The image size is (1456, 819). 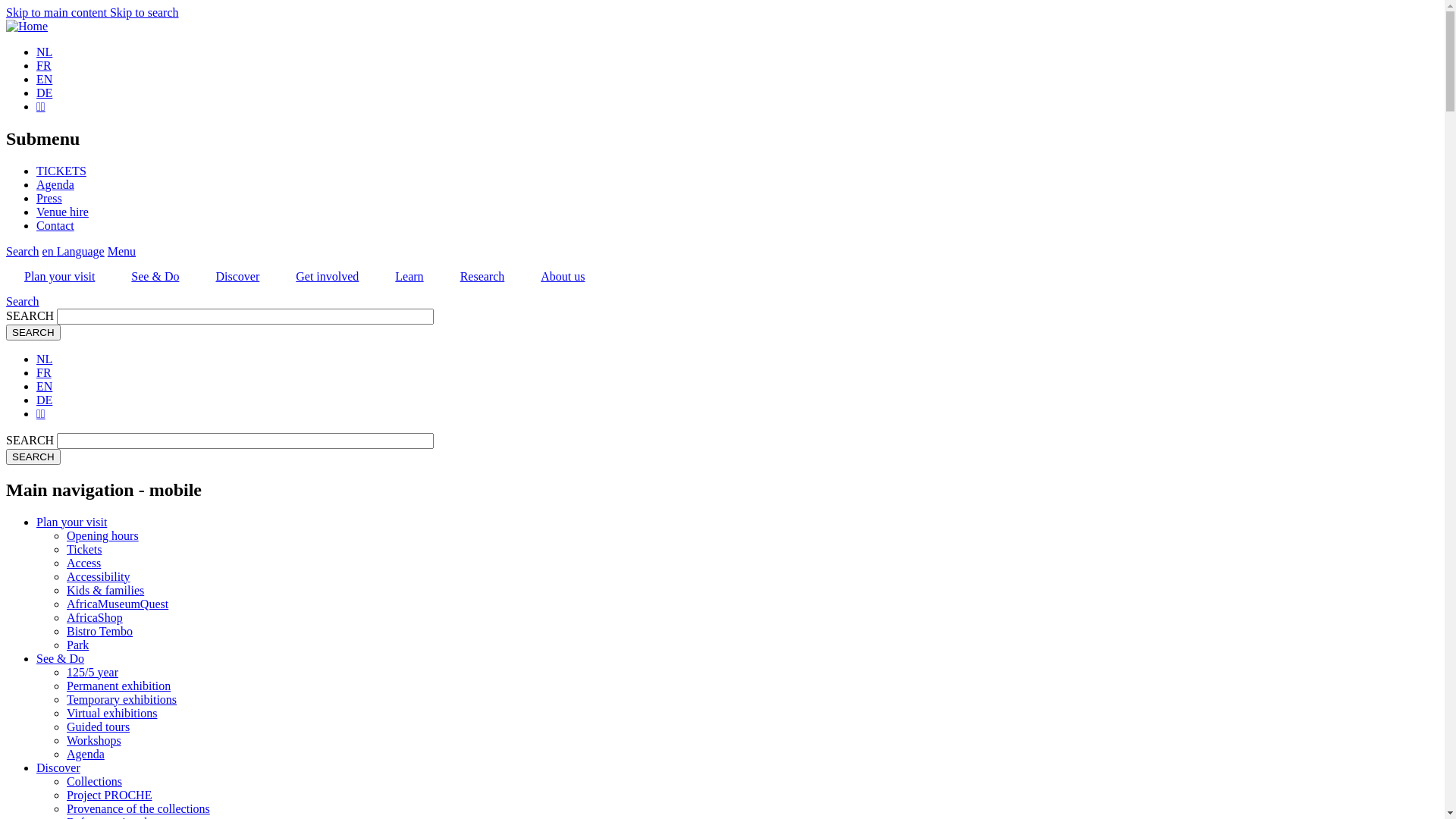 I want to click on 'See & Do', so click(x=60, y=657).